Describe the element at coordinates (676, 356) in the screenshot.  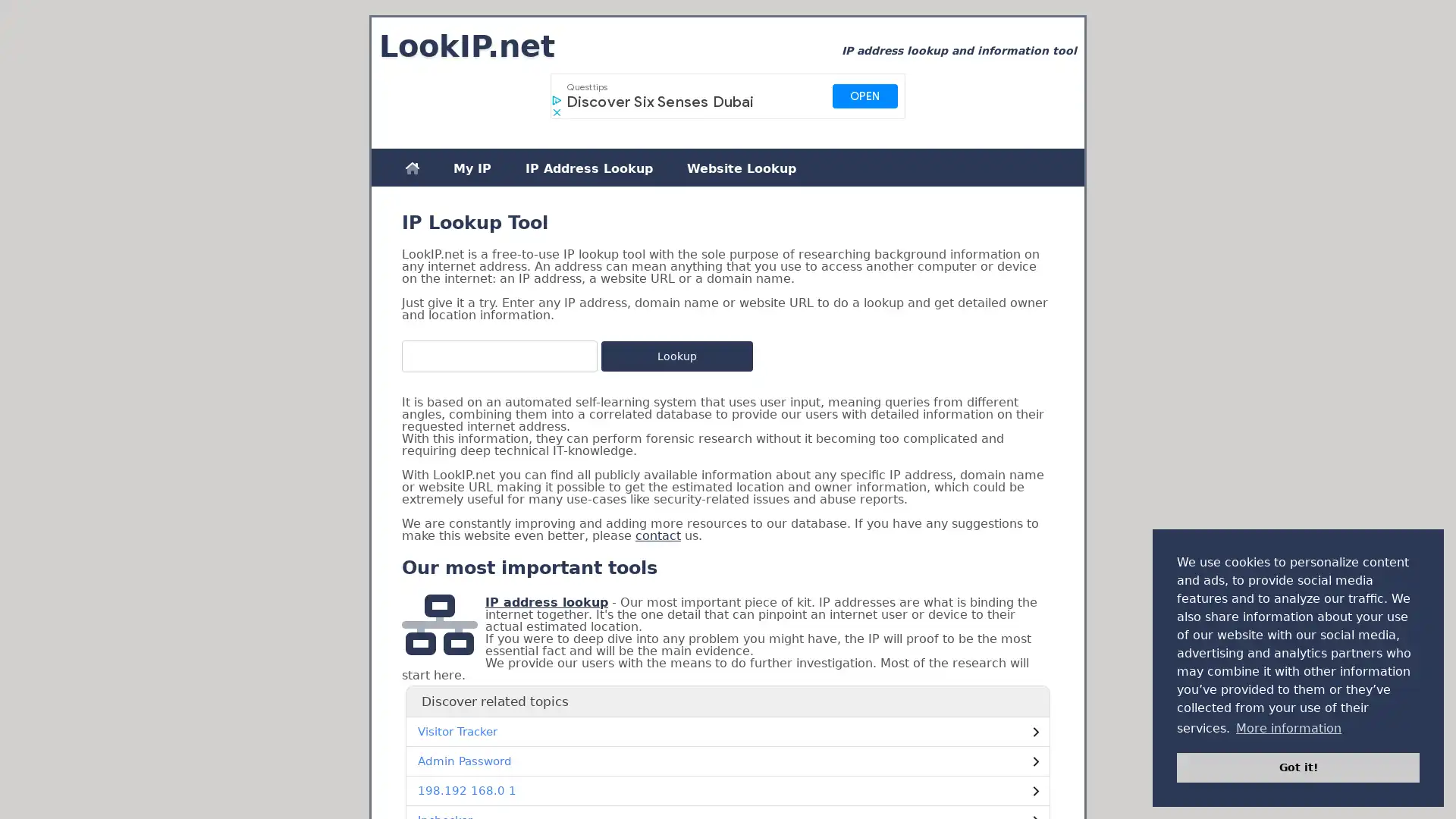
I see `Lookup` at that location.